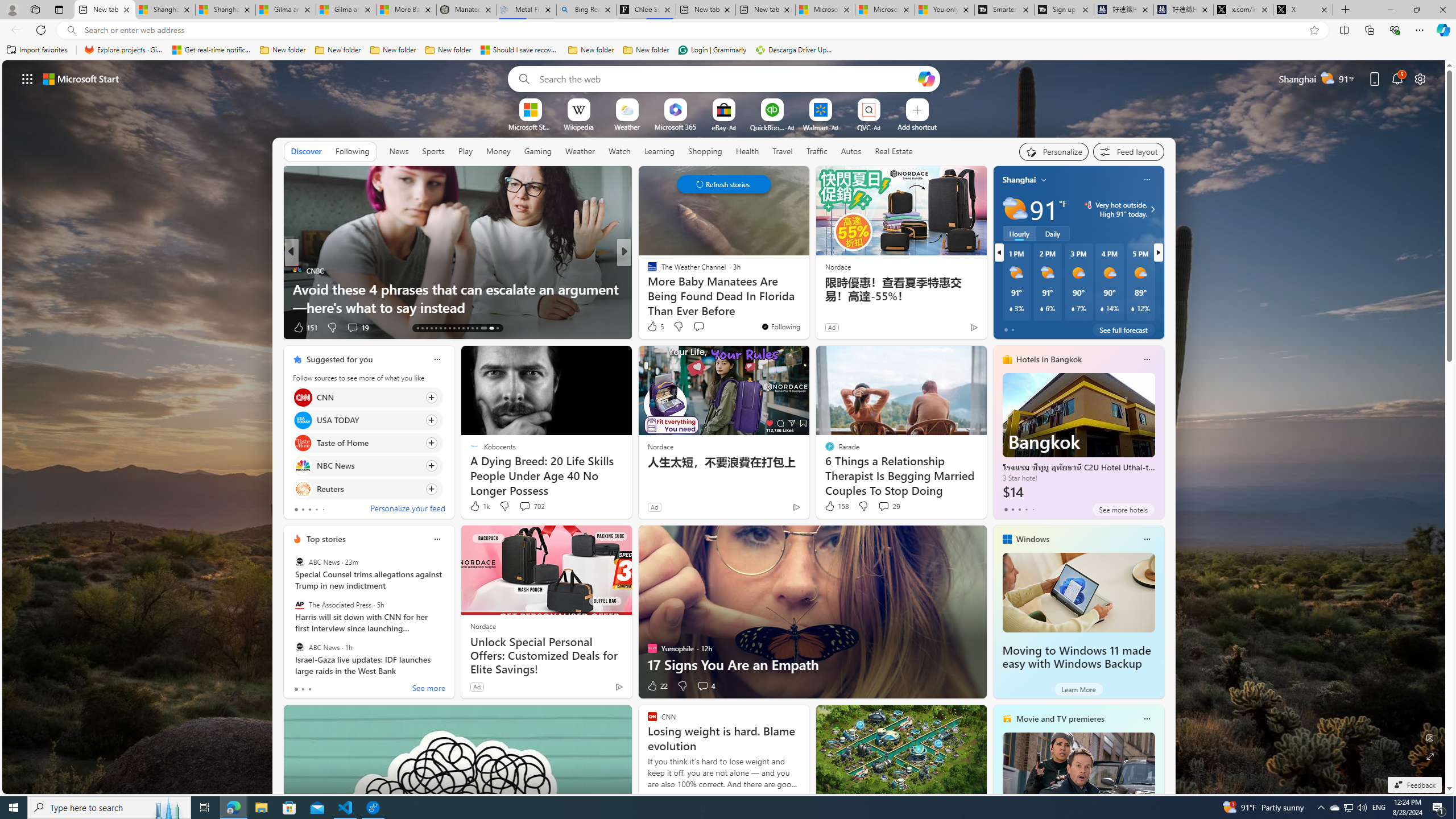 The image size is (1456, 819). Describe the element at coordinates (702, 686) in the screenshot. I see `'View comments 4 Comment'` at that location.